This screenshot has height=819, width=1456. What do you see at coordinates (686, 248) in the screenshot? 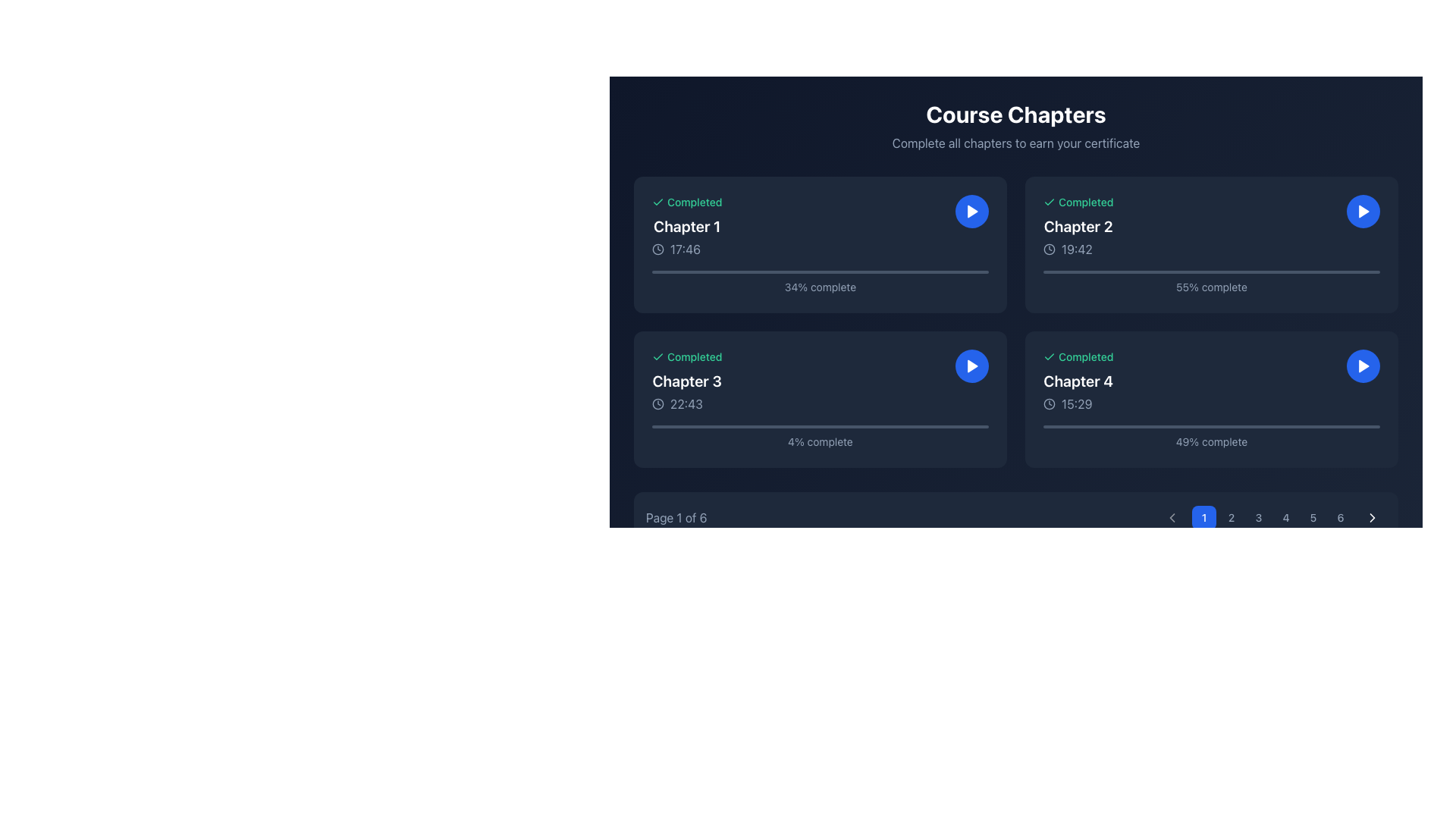
I see `the Text with icon component displaying the clock icon and the time '17:46', located beneath the 'Chapter 1' title` at bounding box center [686, 248].